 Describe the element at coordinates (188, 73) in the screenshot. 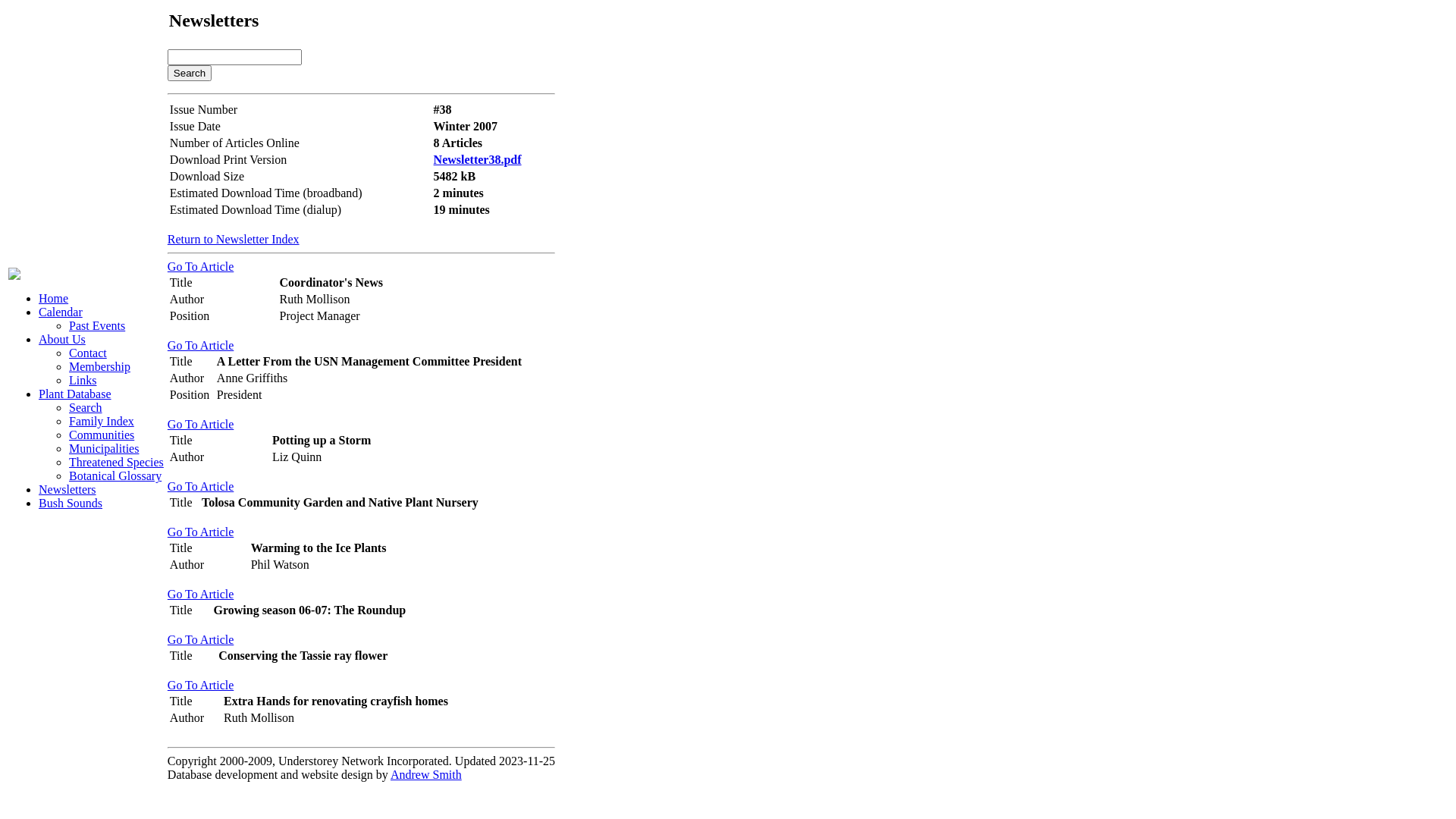

I see `'Search'` at that location.